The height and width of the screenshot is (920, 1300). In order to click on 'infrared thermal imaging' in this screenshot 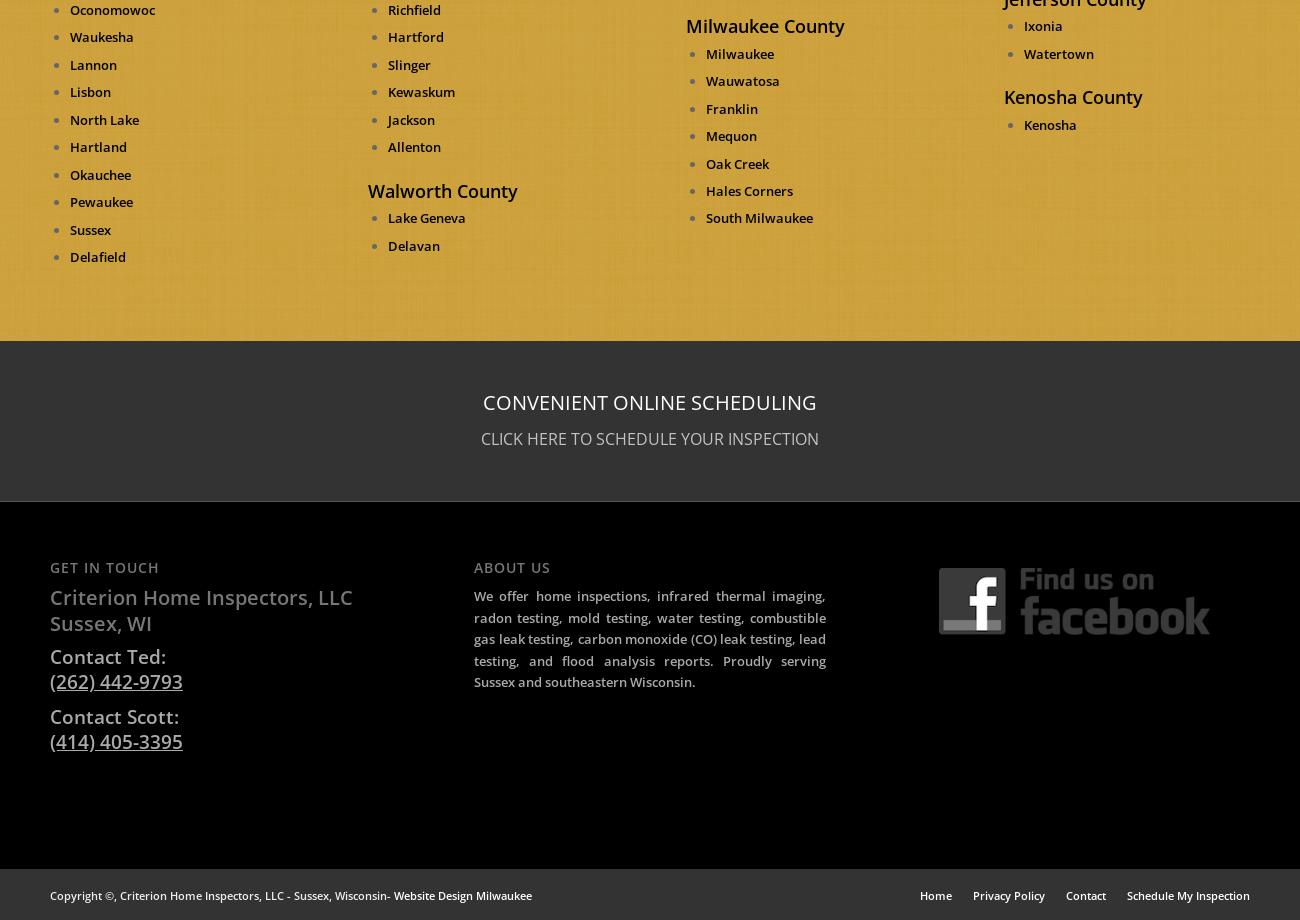, I will do `click(656, 594)`.